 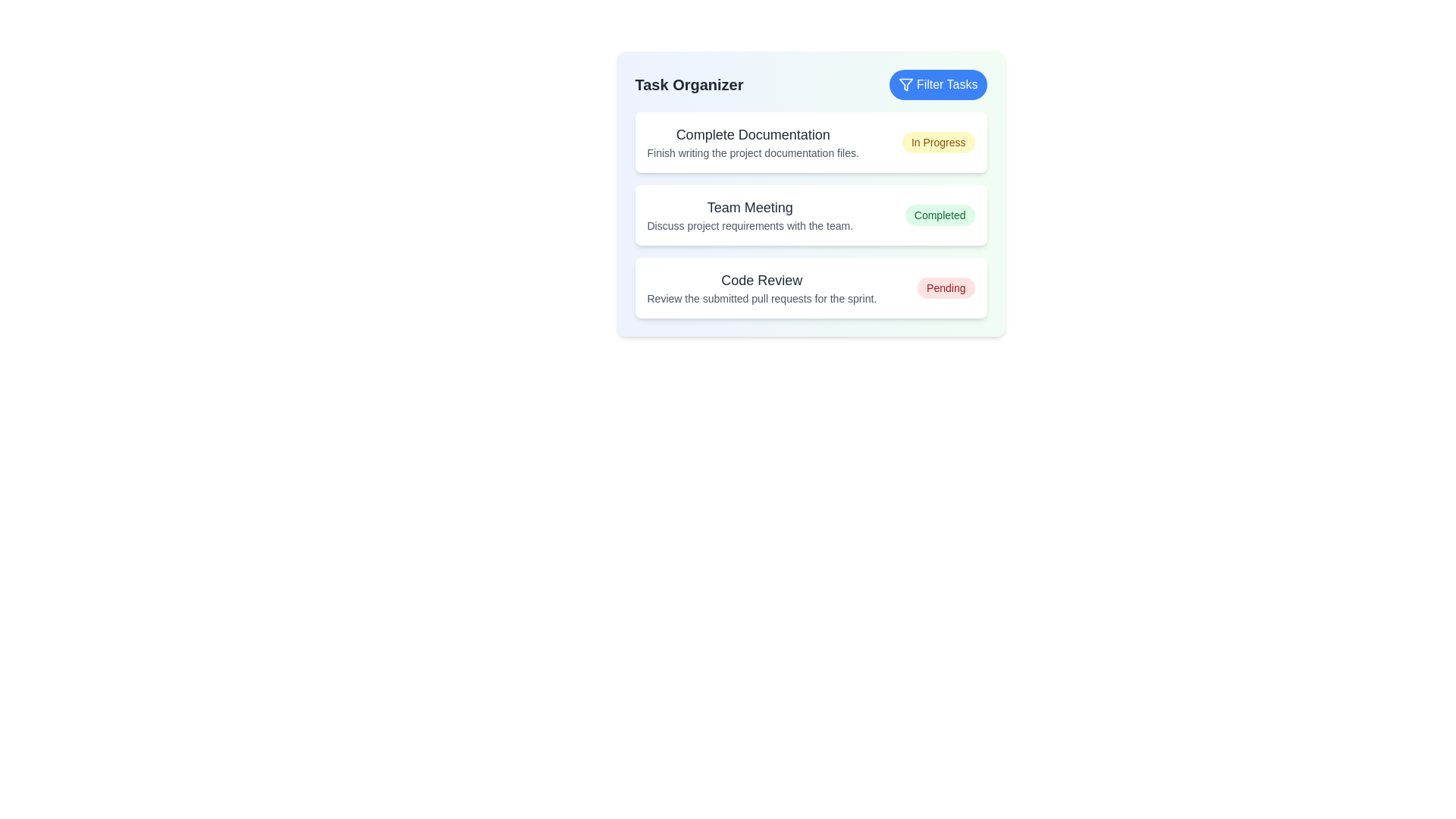 I want to click on the 'Filter Tasks' button to filter tasks, so click(x=937, y=84).